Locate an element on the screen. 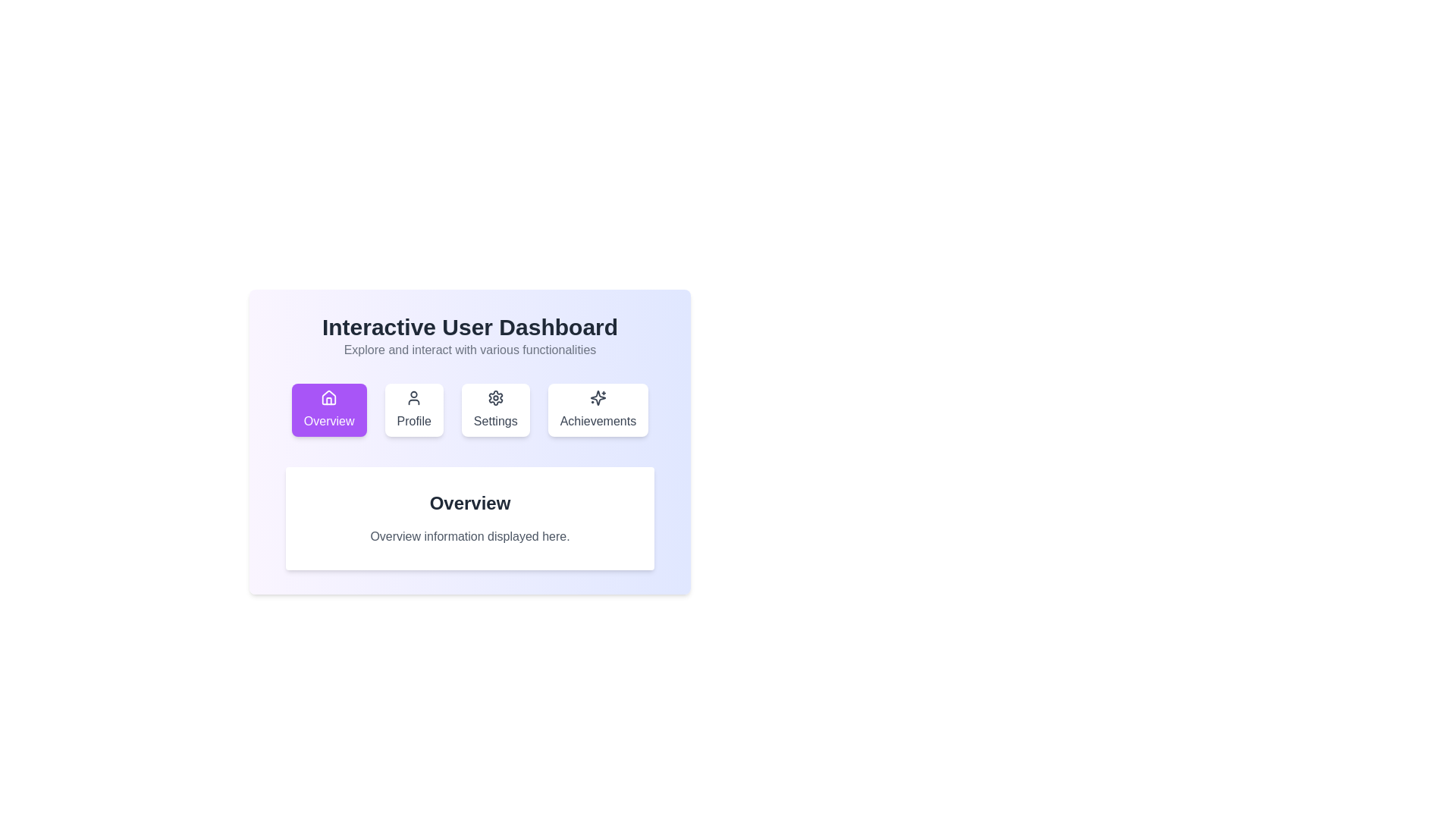  the 'Overview' icon located at the top-left of the navigation menu is located at coordinates (328, 397).